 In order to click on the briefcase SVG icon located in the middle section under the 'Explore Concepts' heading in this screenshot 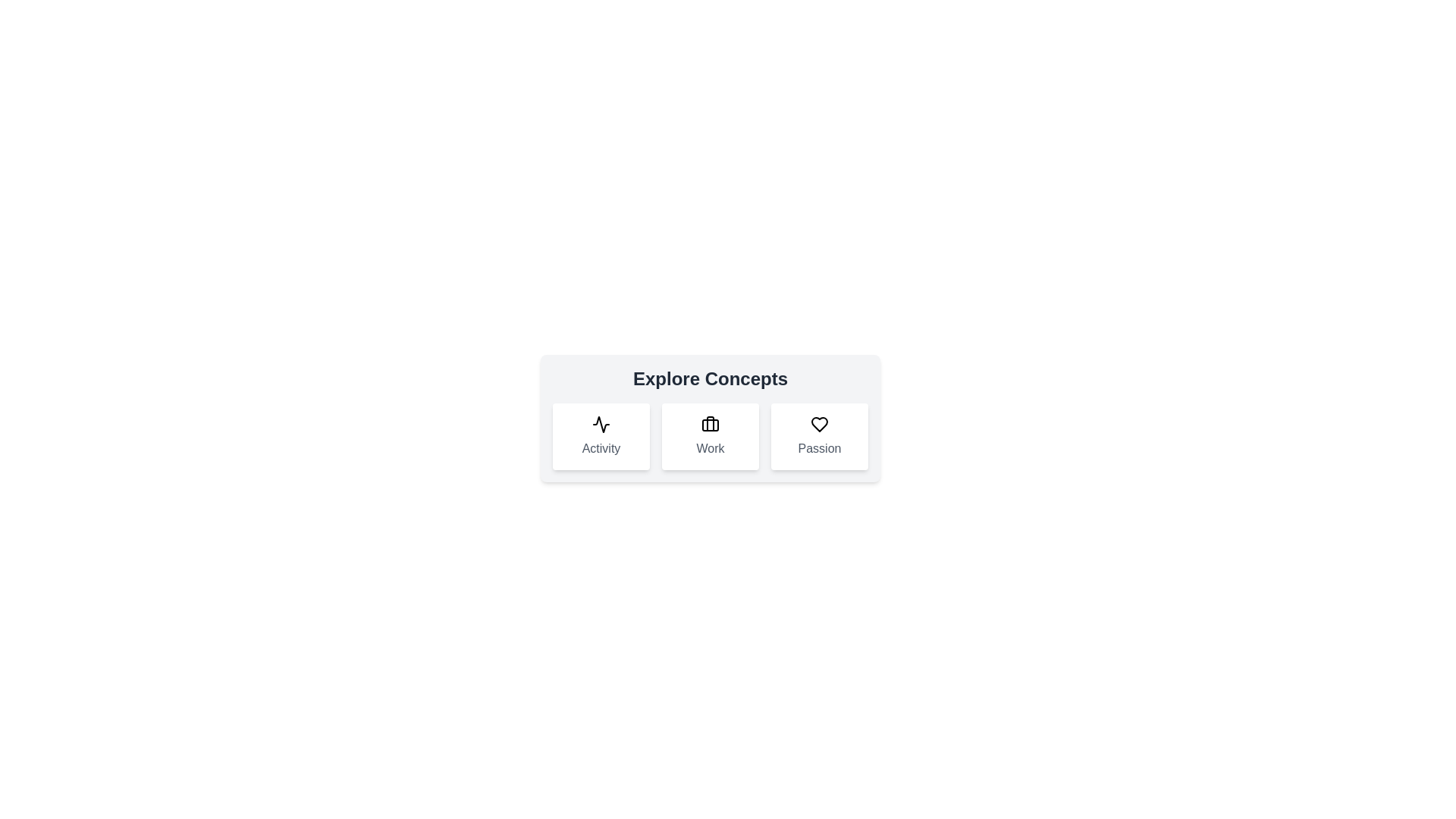, I will do `click(709, 424)`.